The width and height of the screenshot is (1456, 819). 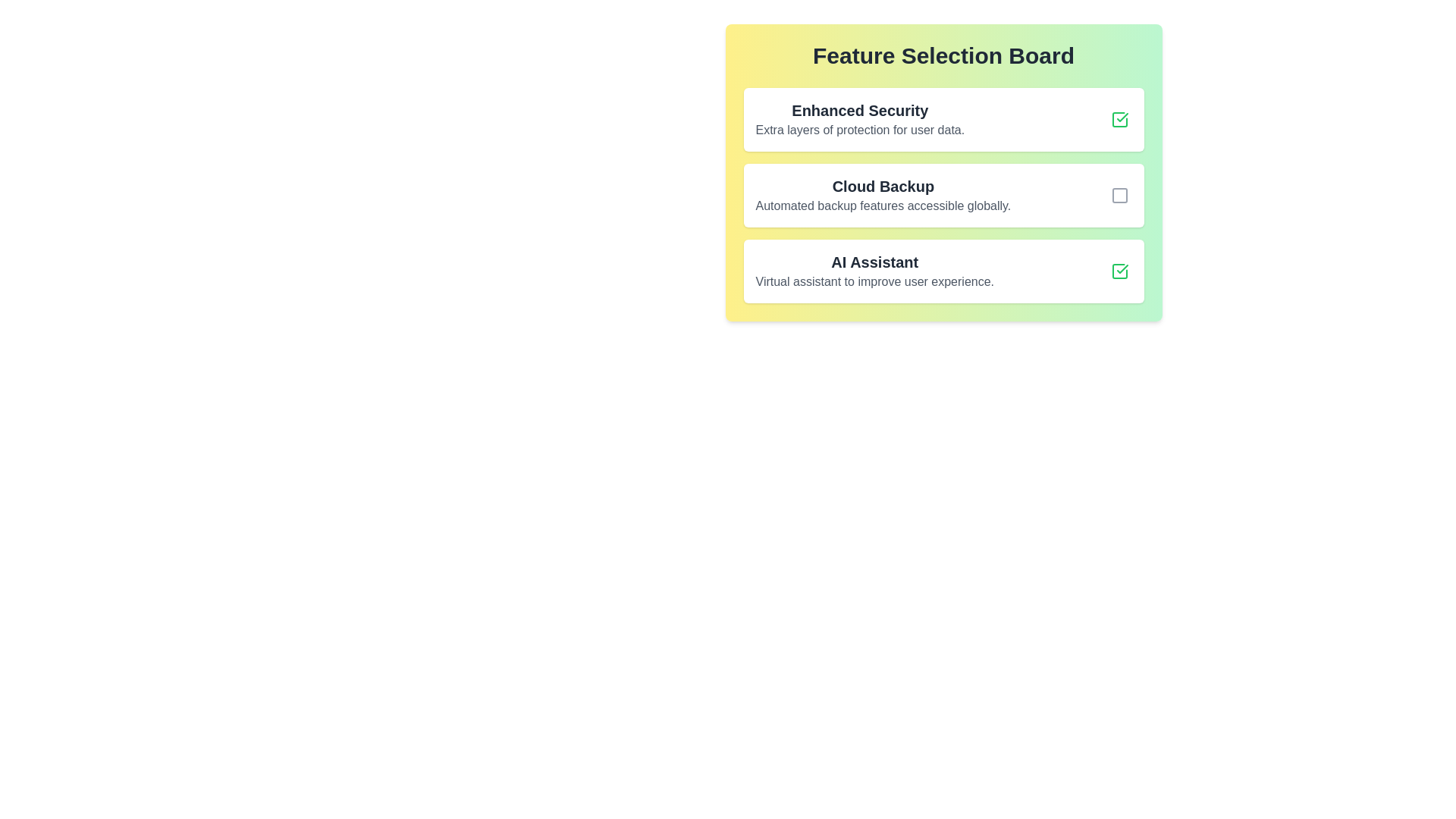 What do you see at coordinates (1119, 119) in the screenshot?
I see `the topmost checkbox of the 'Feature Selection Board' menu` at bounding box center [1119, 119].